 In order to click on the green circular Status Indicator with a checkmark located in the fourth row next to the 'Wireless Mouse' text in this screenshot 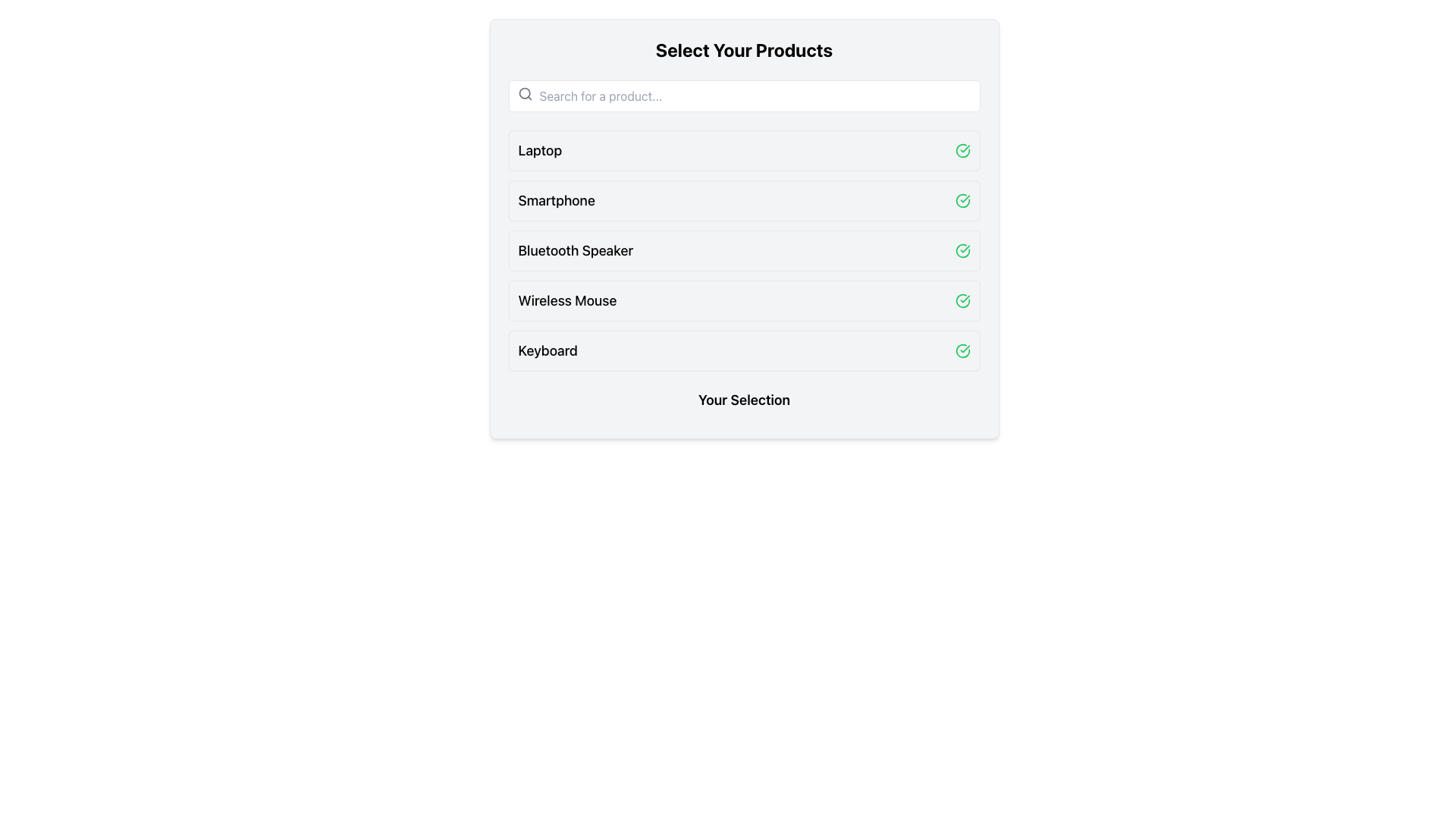, I will do `click(962, 301)`.